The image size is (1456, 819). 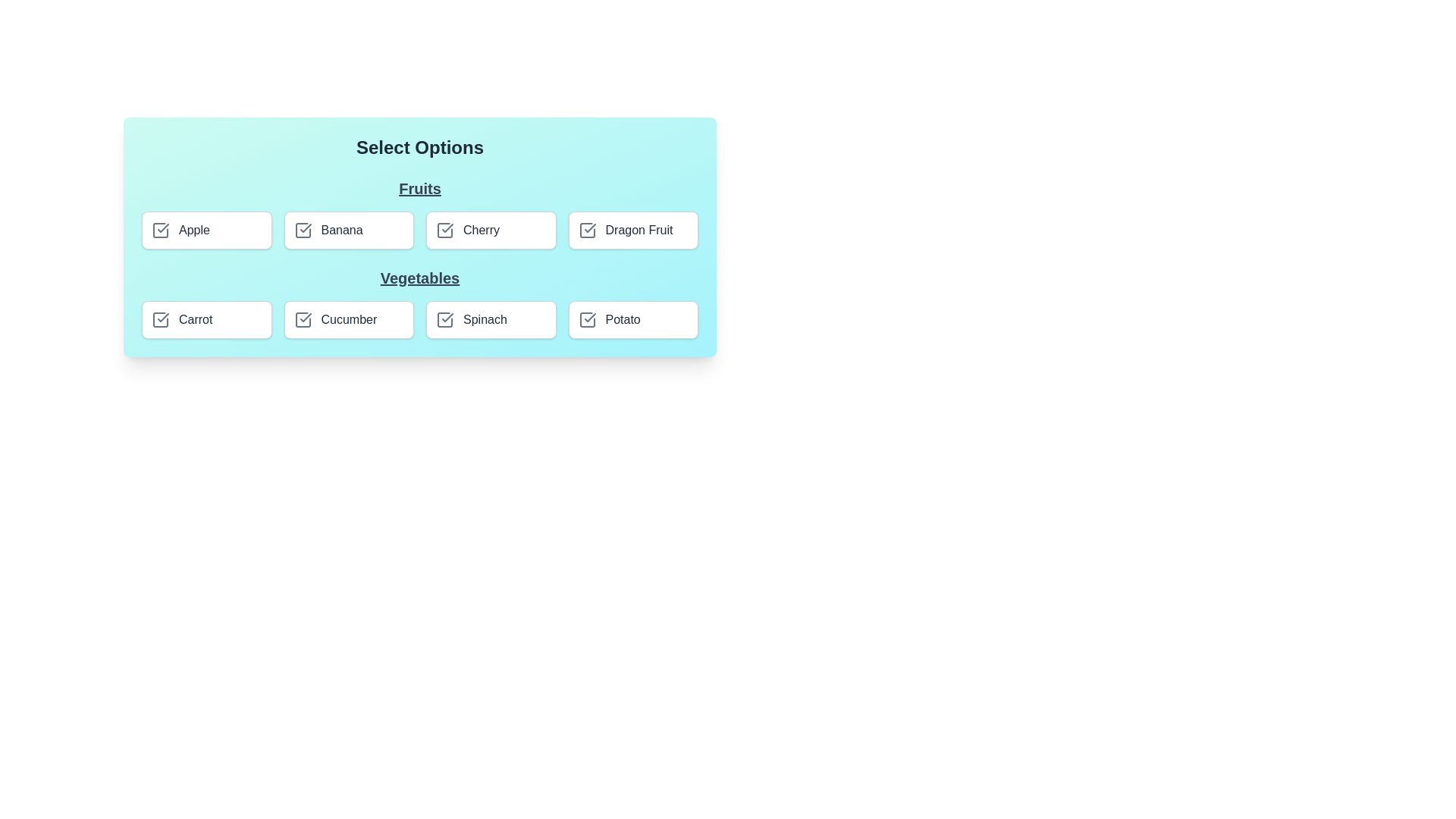 What do you see at coordinates (206, 231) in the screenshot?
I see `the first selectable card in the 'Fruits' section` at bounding box center [206, 231].